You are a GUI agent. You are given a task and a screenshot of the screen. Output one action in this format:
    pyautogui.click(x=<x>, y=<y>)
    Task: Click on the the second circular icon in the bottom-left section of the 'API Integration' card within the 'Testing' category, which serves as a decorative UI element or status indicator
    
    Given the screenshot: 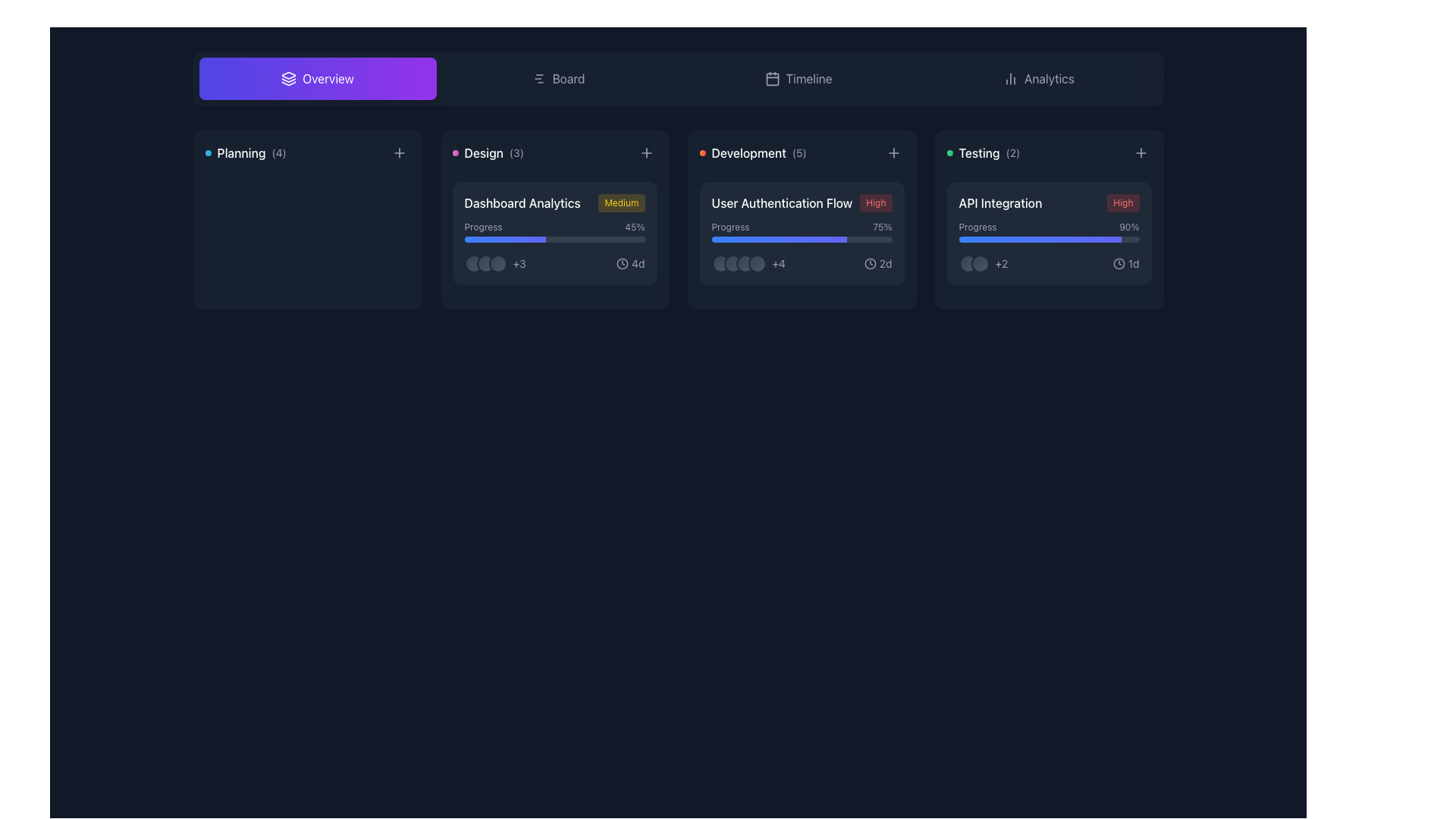 What is the action you would take?
    pyautogui.click(x=980, y=262)
    